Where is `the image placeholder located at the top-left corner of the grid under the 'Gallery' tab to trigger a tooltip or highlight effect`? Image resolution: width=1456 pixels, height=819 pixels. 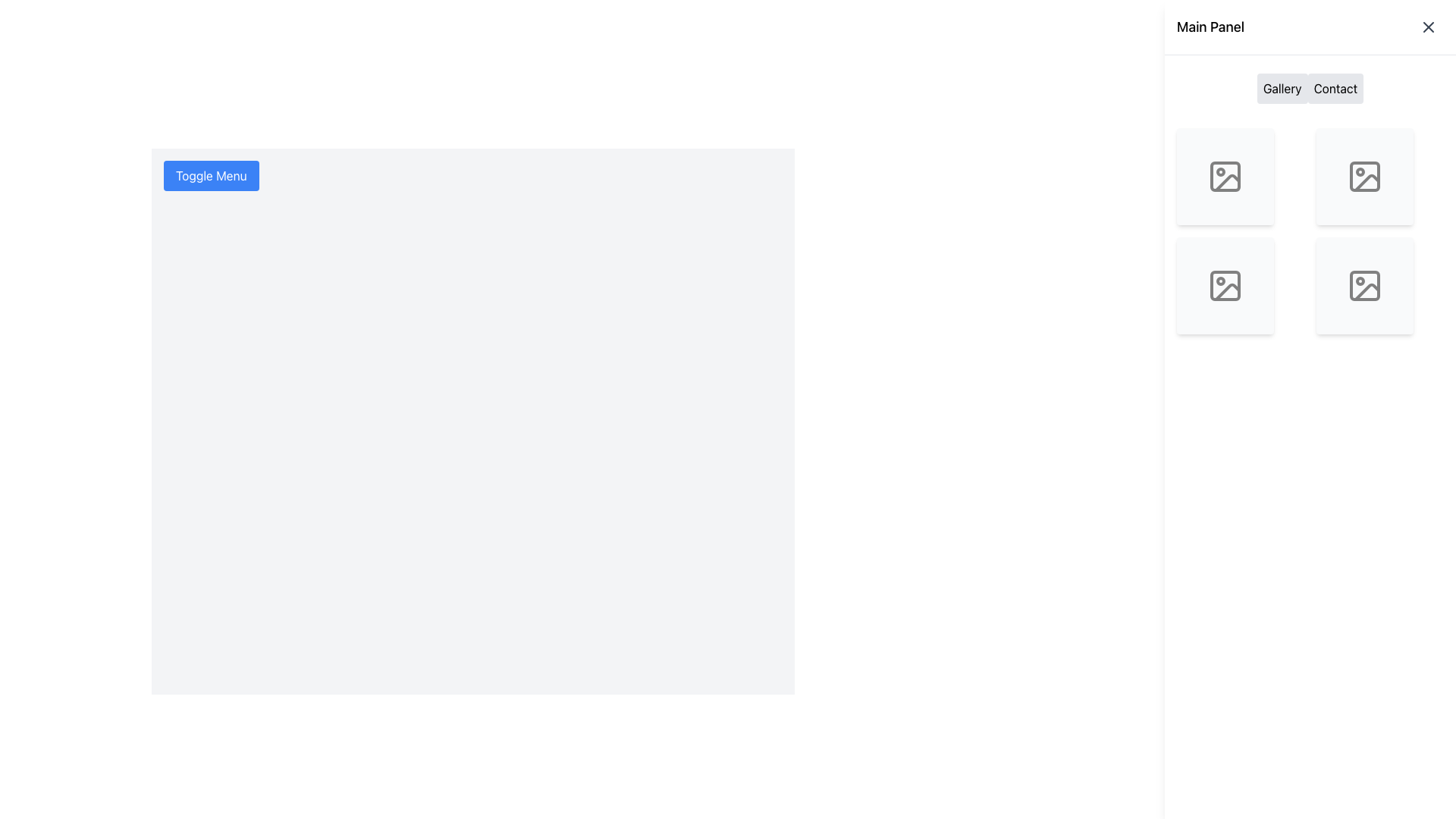
the image placeholder located at the top-left corner of the grid under the 'Gallery' tab to trigger a tooltip or highlight effect is located at coordinates (1225, 175).